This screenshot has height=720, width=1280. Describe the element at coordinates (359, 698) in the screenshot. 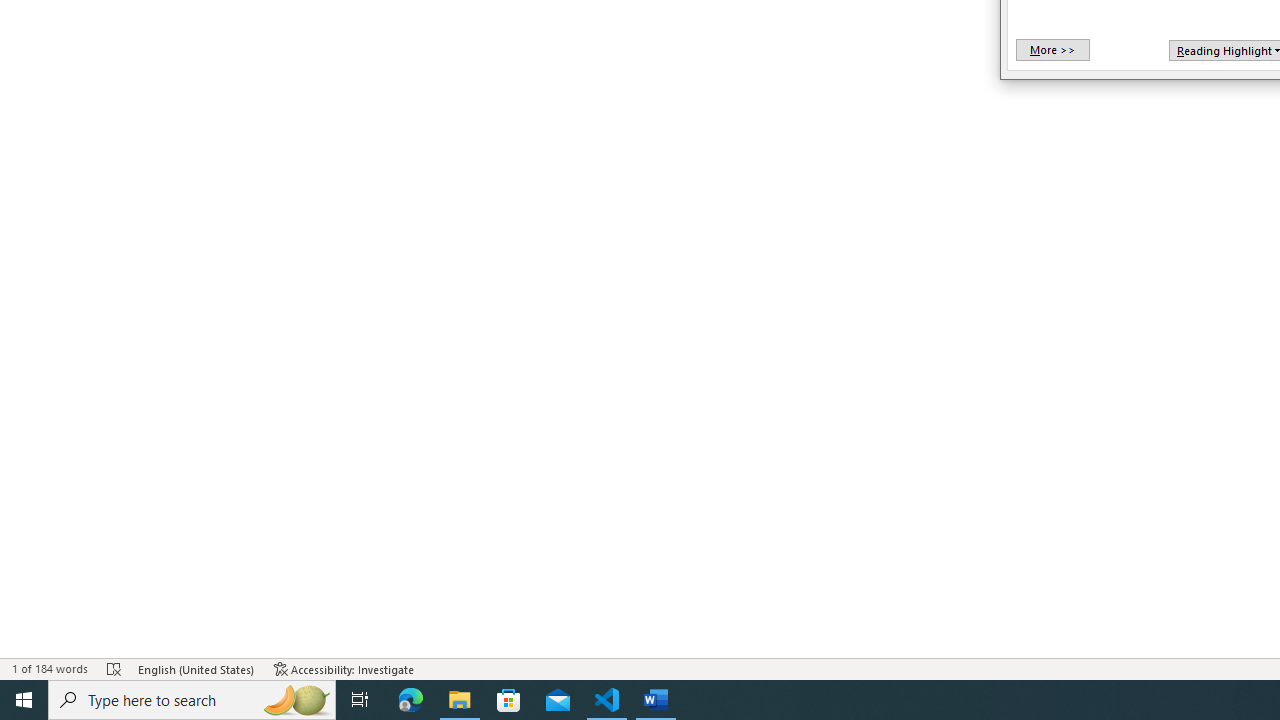

I see `'Task View'` at that location.